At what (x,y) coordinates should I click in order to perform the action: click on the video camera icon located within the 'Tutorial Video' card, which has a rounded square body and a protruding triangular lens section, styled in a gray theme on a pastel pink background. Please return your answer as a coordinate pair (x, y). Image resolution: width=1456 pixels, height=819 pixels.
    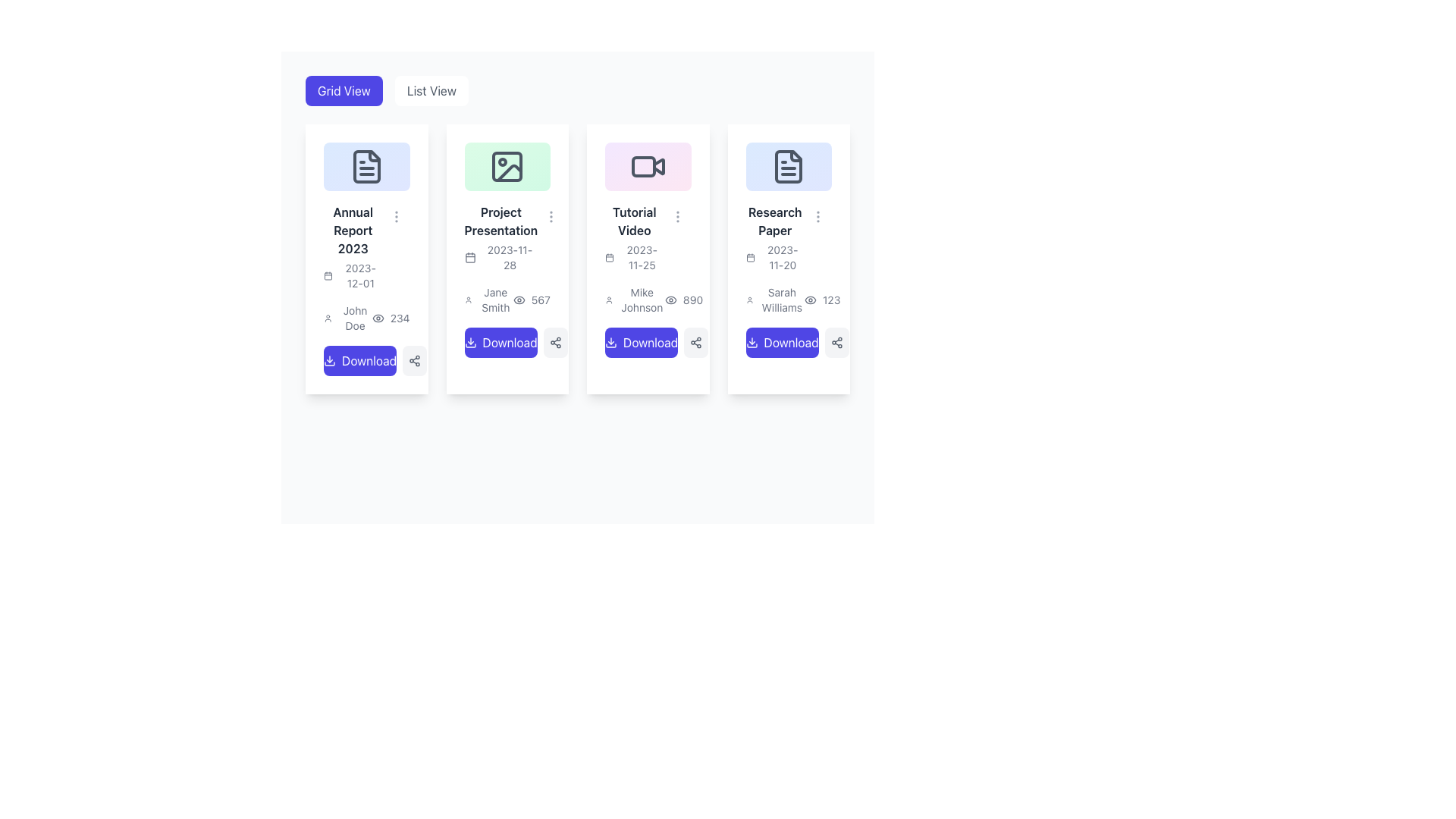
    Looking at the image, I should click on (648, 166).